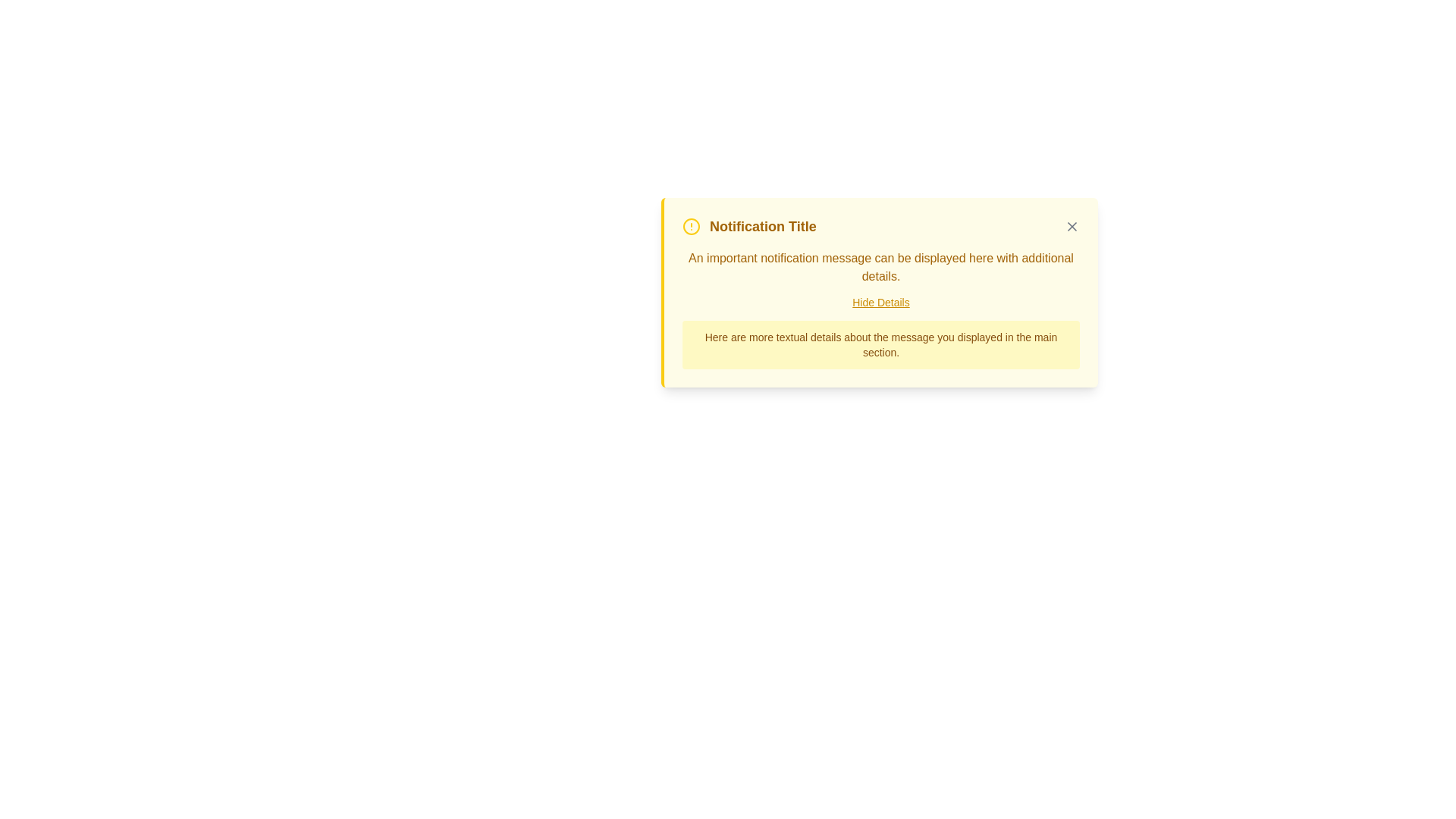  I want to click on the 'Hide Details' hyperlink, which is styled with underlined yellow text and located centrally within the notification panel, so click(880, 302).